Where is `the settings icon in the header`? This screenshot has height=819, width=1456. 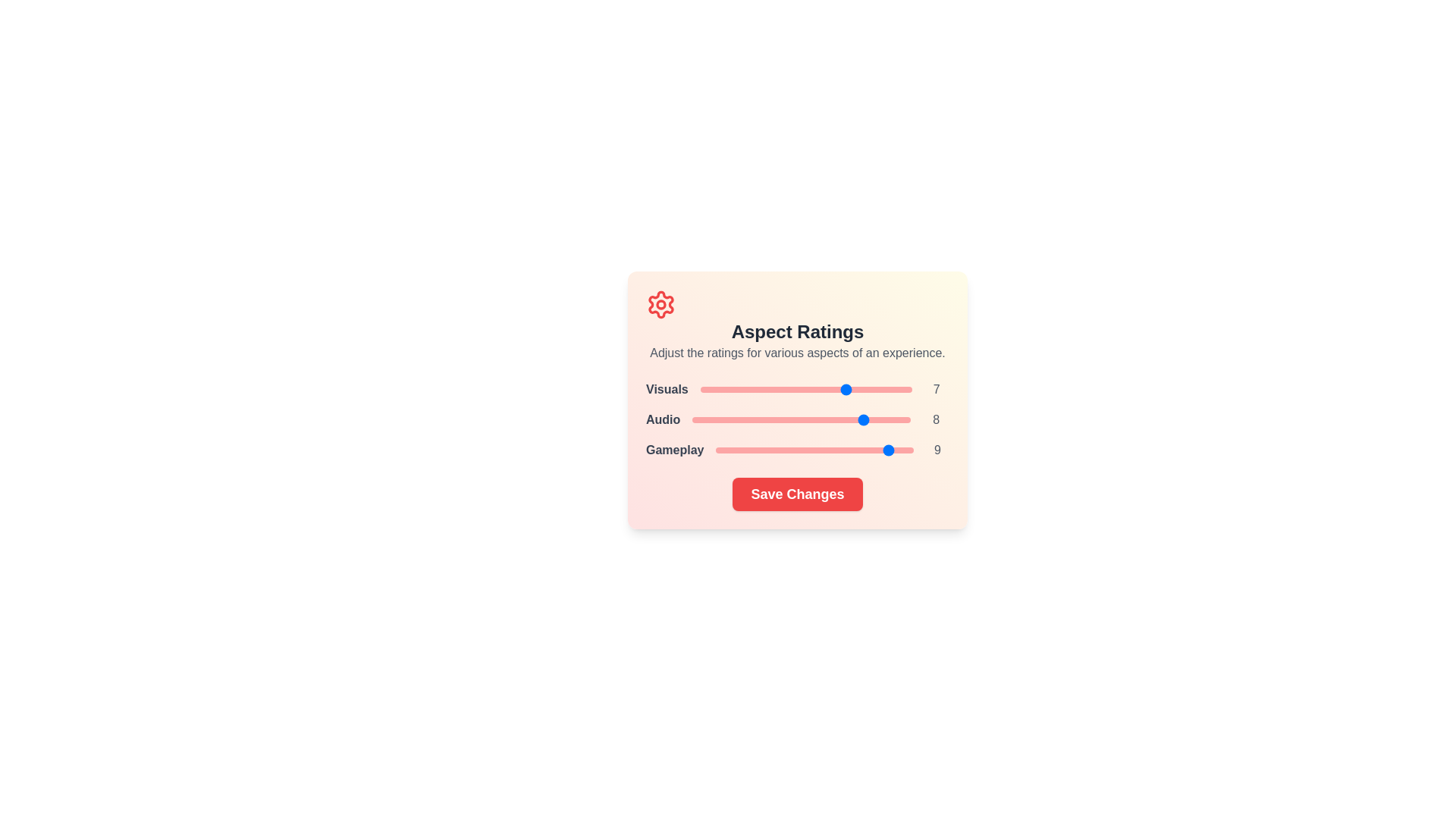 the settings icon in the header is located at coordinates (661, 304).